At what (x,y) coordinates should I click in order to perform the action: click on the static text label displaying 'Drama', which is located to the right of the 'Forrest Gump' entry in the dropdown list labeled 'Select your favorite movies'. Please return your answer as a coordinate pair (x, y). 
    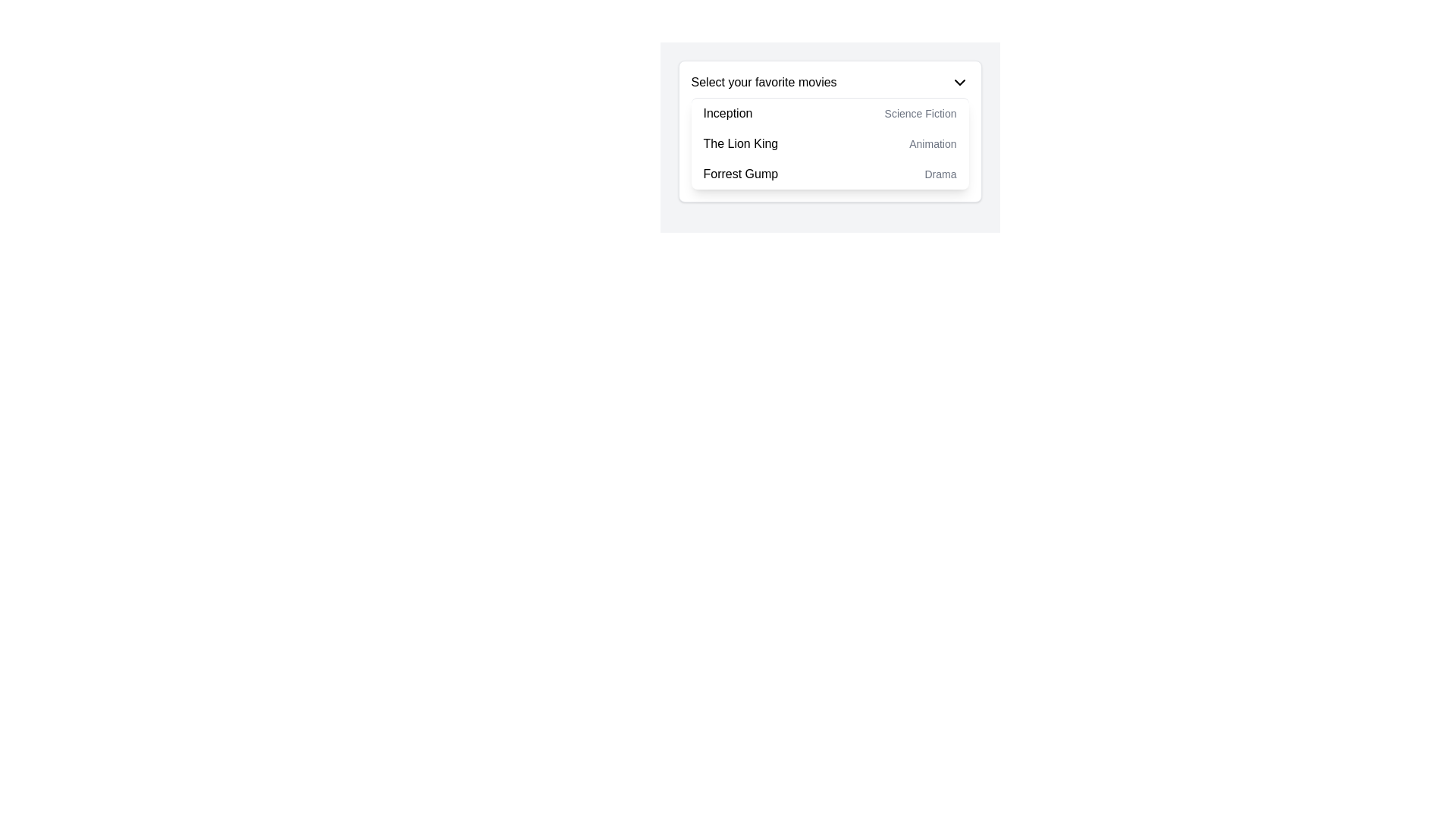
    Looking at the image, I should click on (940, 174).